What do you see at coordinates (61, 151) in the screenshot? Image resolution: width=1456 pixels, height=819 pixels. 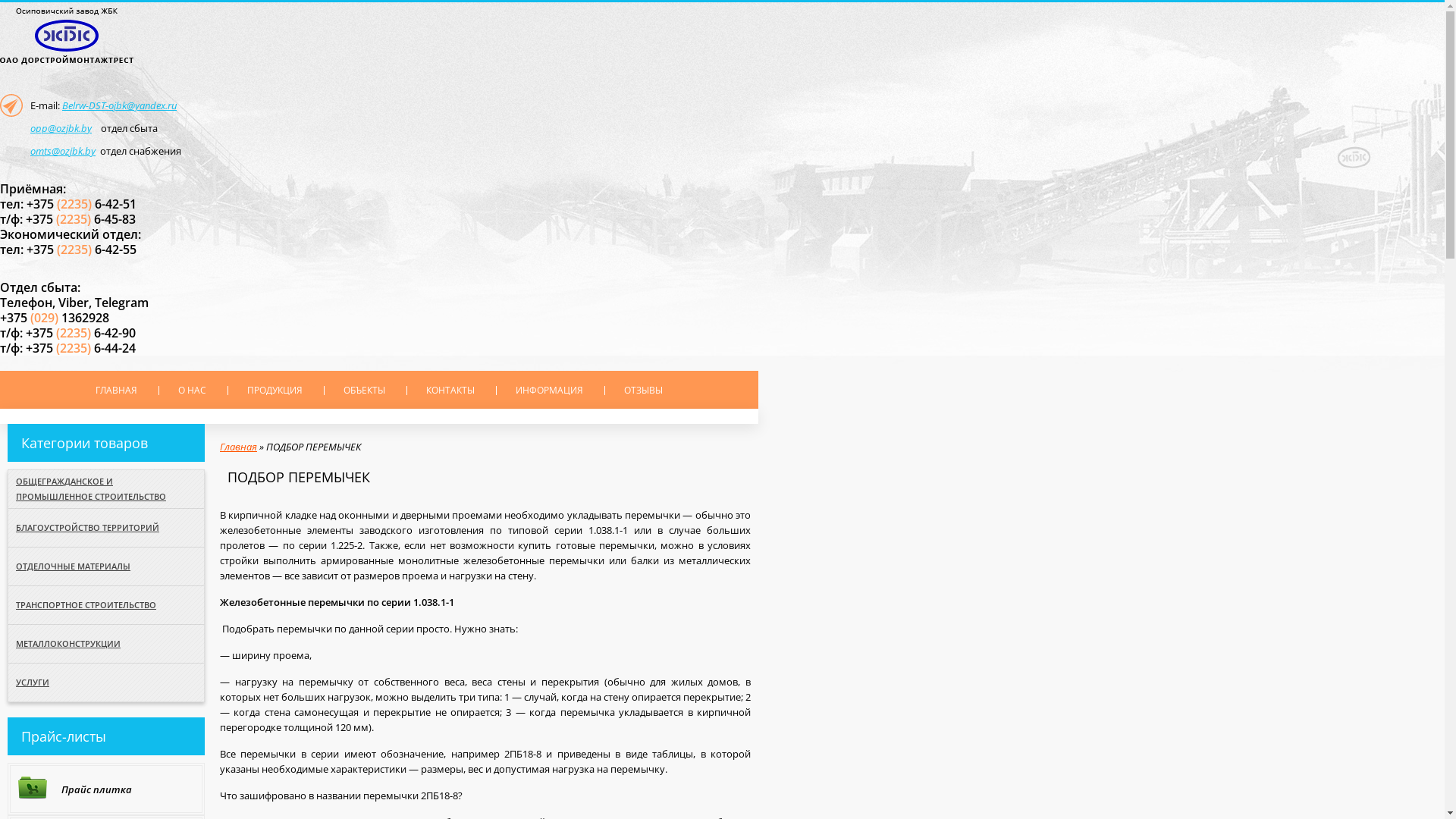 I see `'omts@ozjbk.by'` at bounding box center [61, 151].